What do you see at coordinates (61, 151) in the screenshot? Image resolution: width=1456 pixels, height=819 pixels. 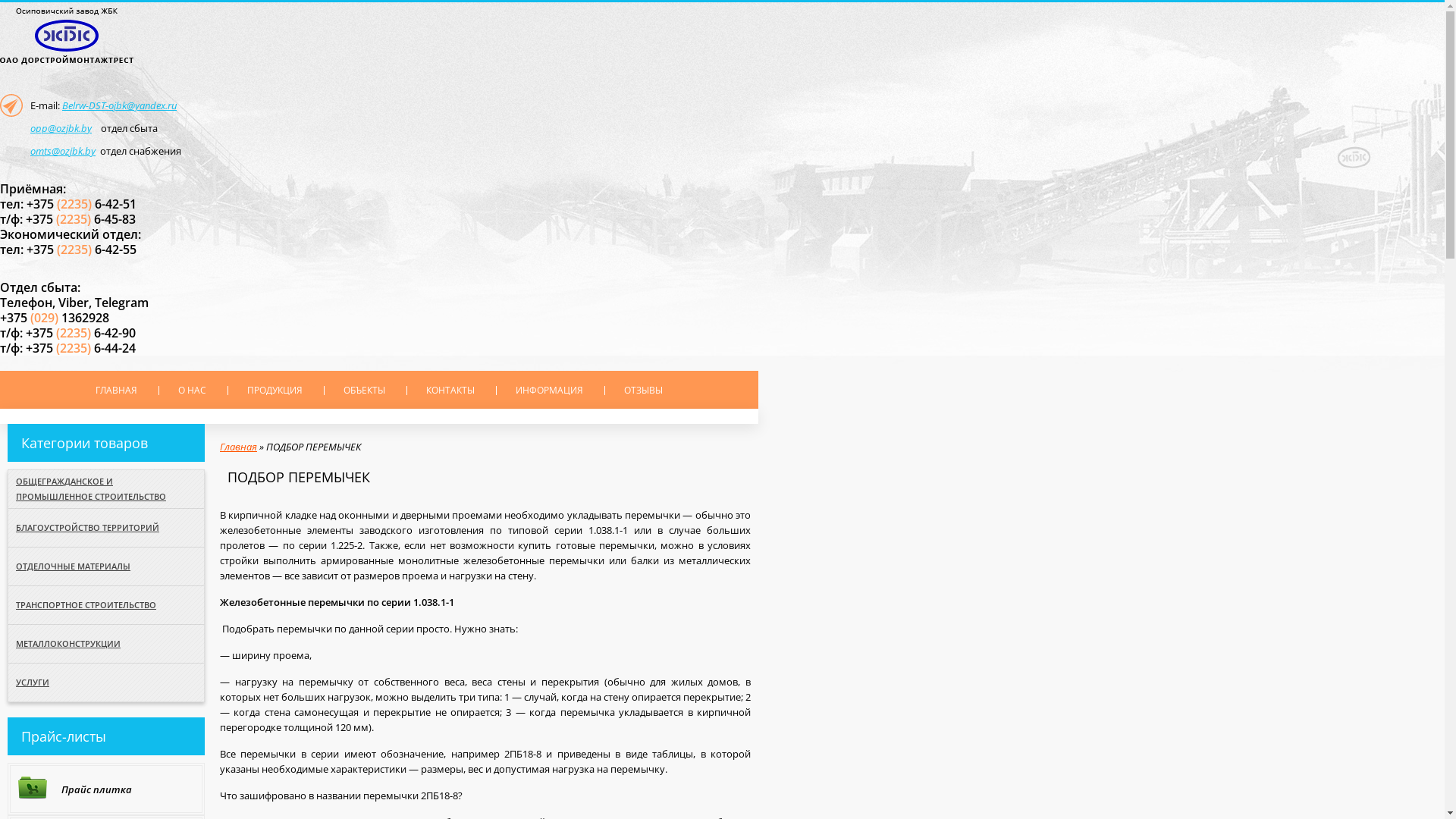 I see `'omts@ozjbk.by'` at bounding box center [61, 151].